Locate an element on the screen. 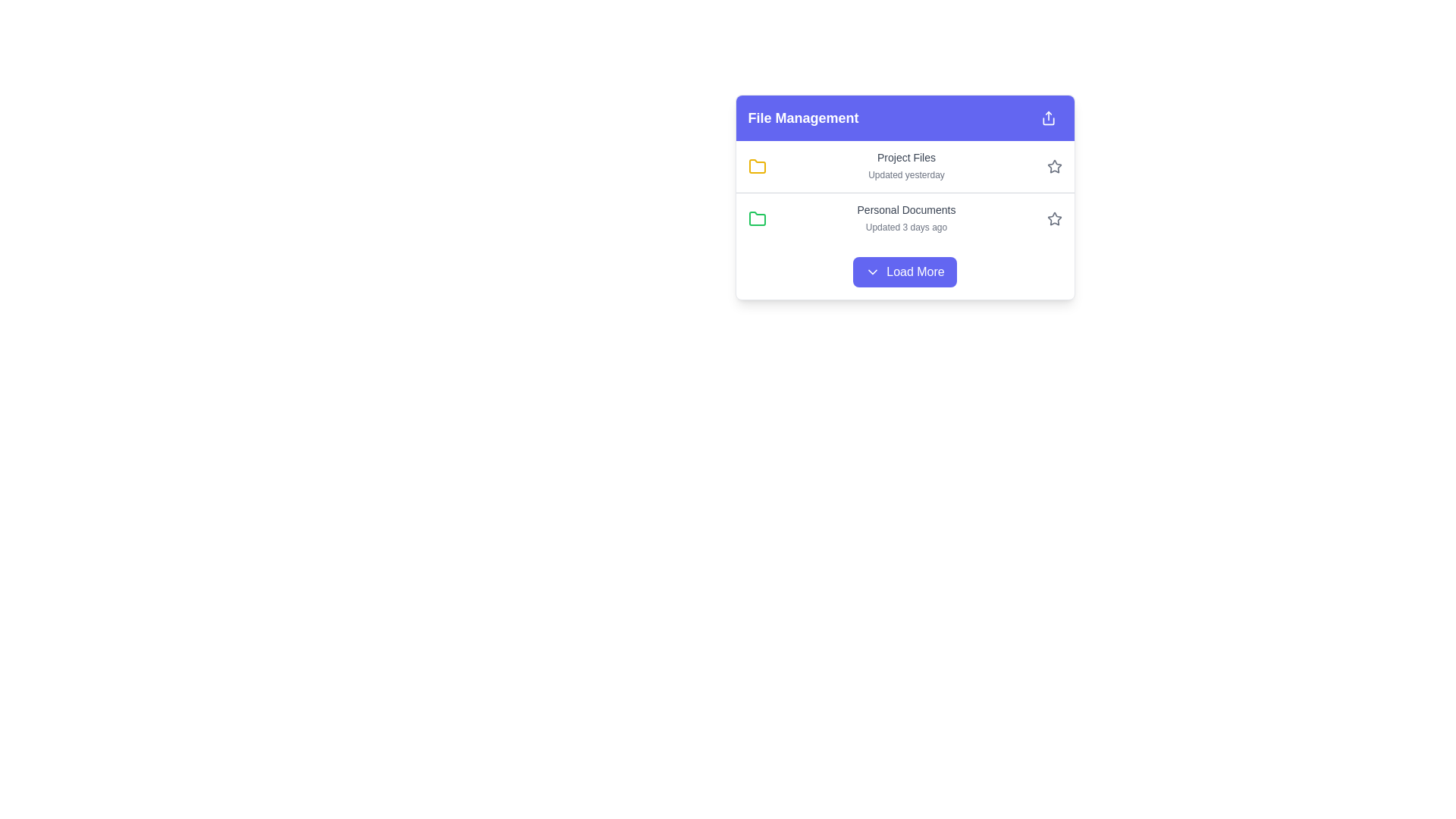 Image resolution: width=1456 pixels, height=819 pixels. the green folder icon representing 'Personal Documents' is located at coordinates (757, 219).